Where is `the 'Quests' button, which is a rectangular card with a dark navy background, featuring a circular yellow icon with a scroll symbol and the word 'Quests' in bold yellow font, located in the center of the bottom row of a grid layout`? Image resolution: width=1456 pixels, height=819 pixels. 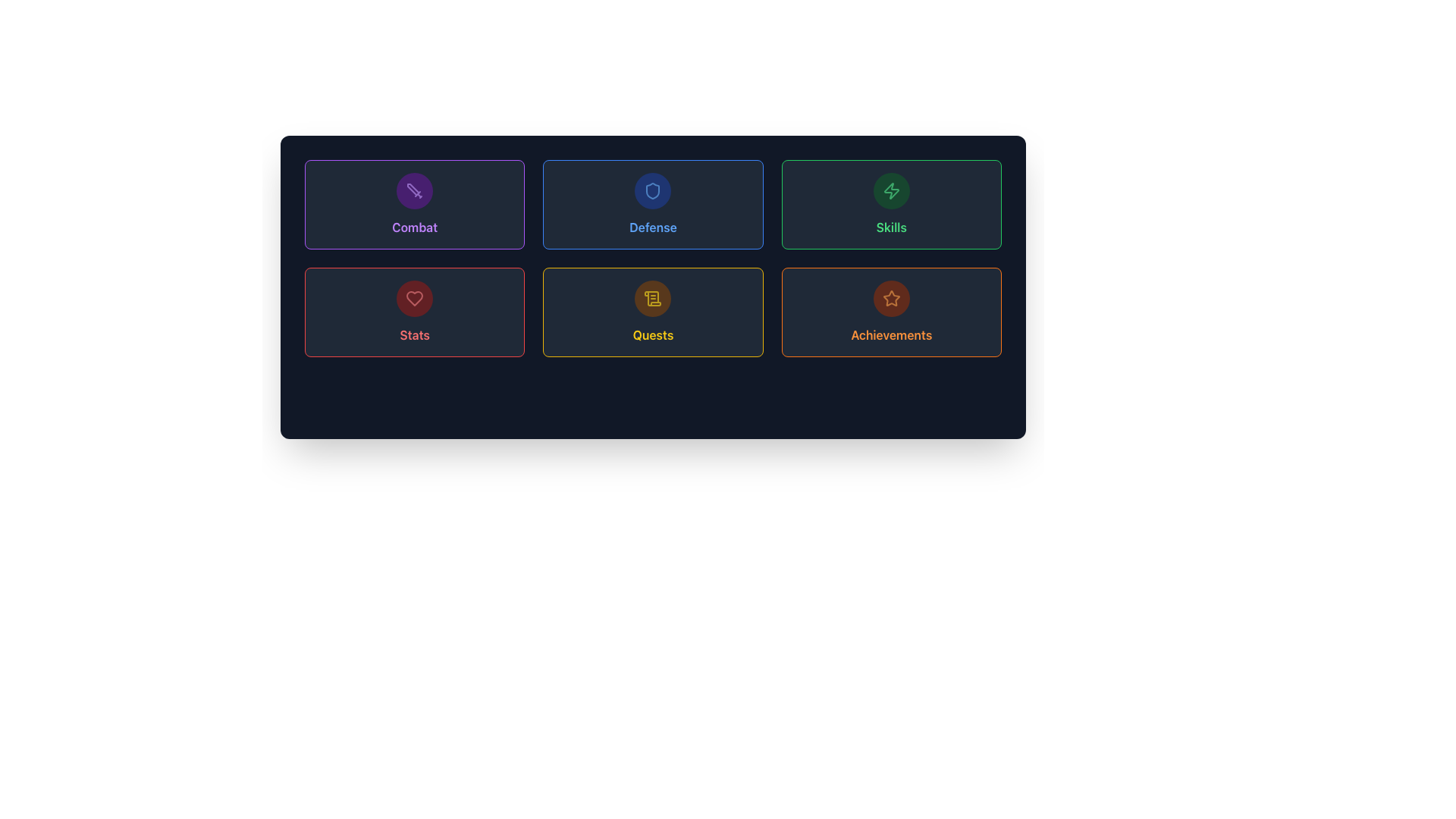
the 'Quests' button, which is a rectangular card with a dark navy background, featuring a circular yellow icon with a scroll symbol and the word 'Quests' in bold yellow font, located in the center of the bottom row of a grid layout is located at coordinates (653, 312).